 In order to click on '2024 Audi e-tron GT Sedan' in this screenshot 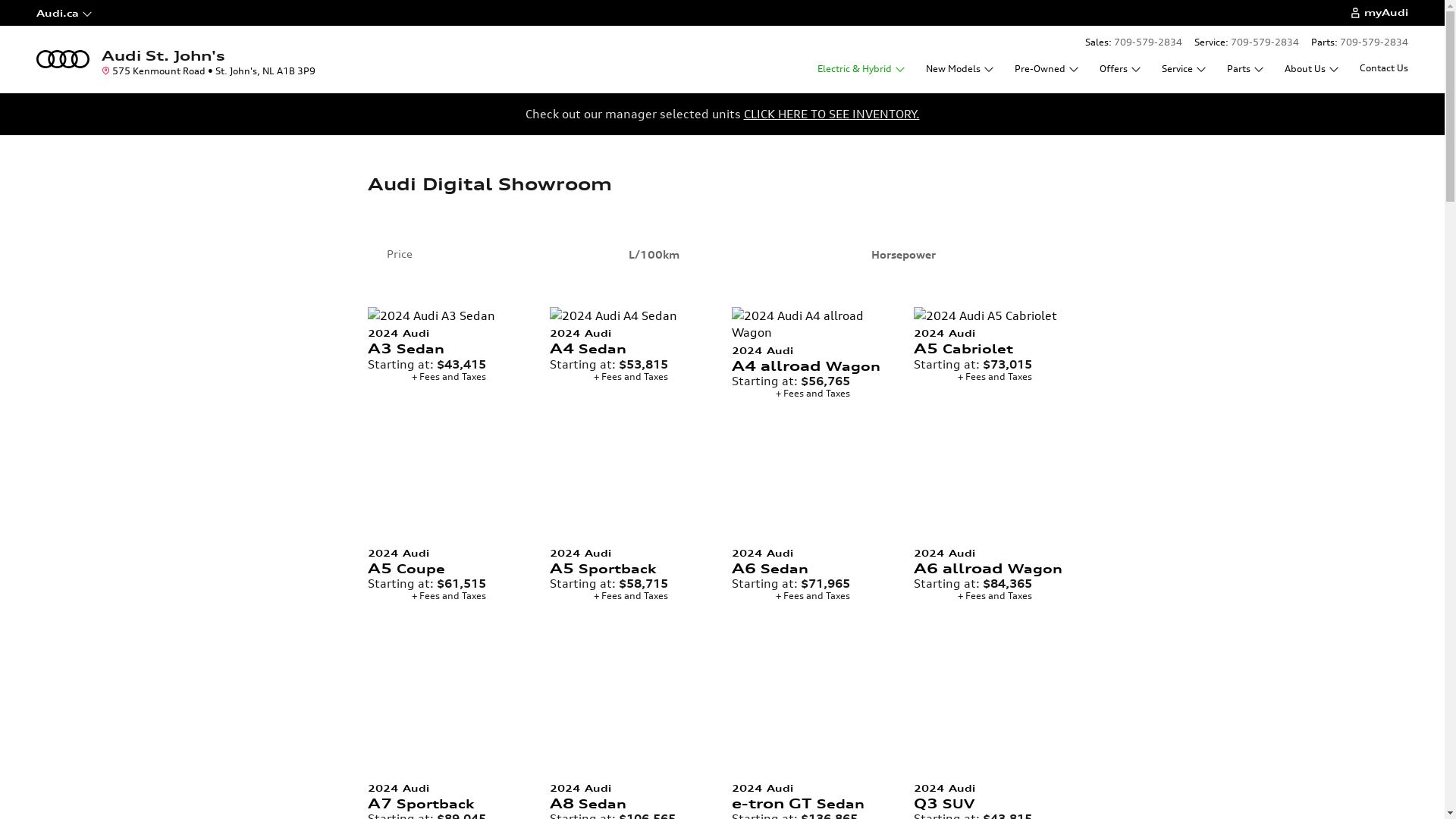, I will do `click(731, 793)`.